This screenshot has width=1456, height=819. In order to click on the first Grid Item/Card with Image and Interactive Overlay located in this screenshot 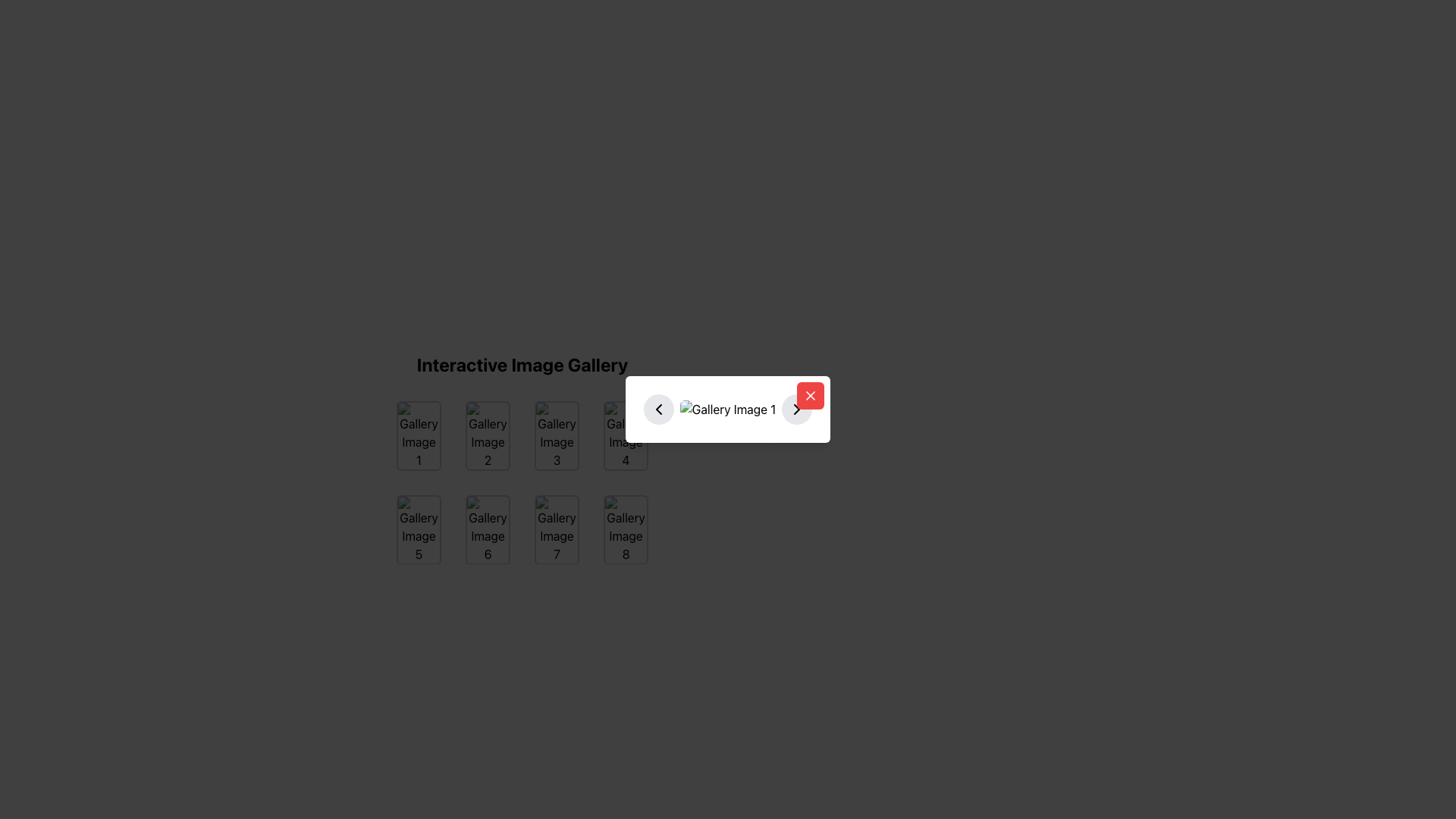, I will do `click(419, 435)`.